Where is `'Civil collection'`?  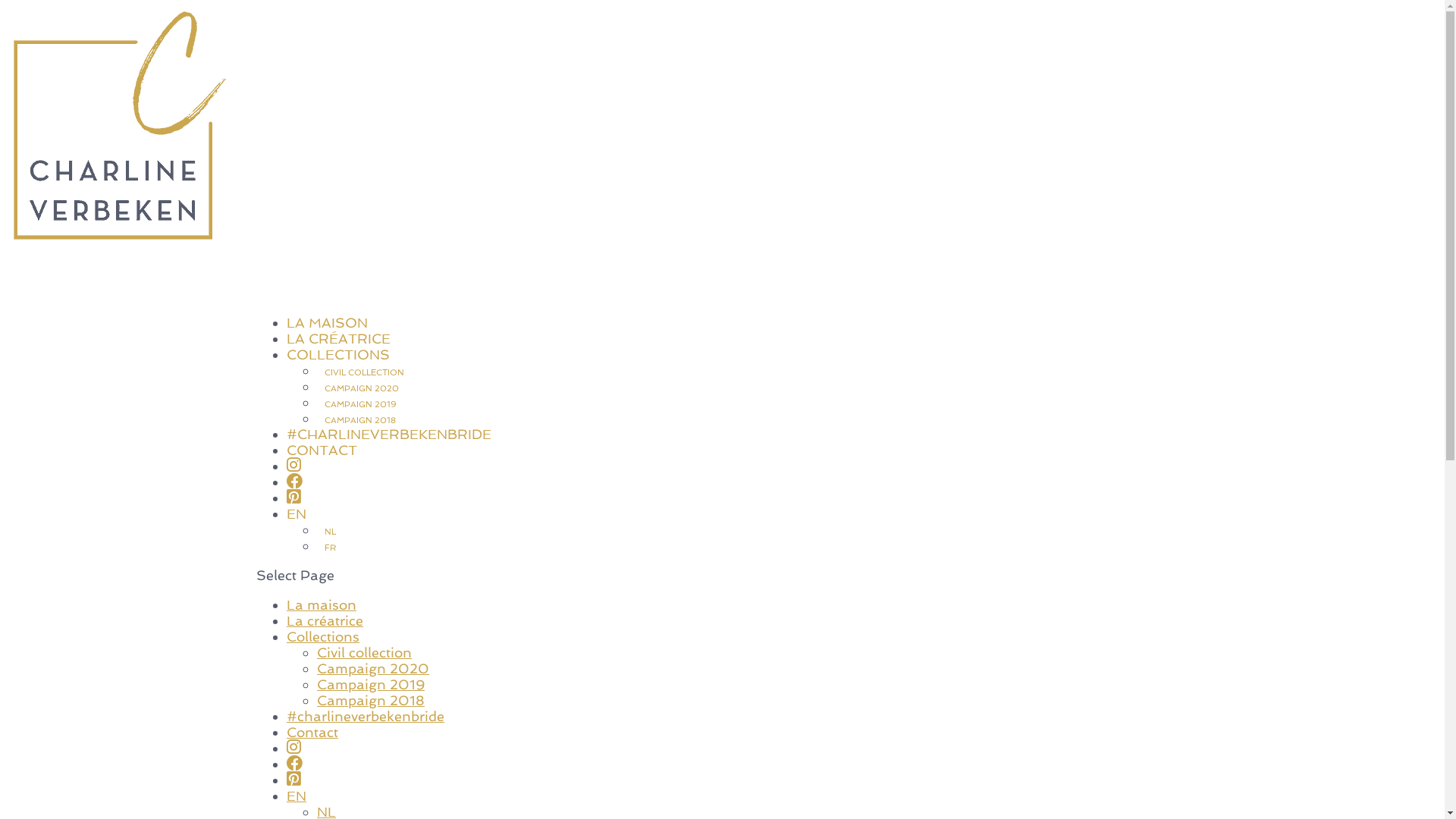 'Civil collection' is located at coordinates (315, 651).